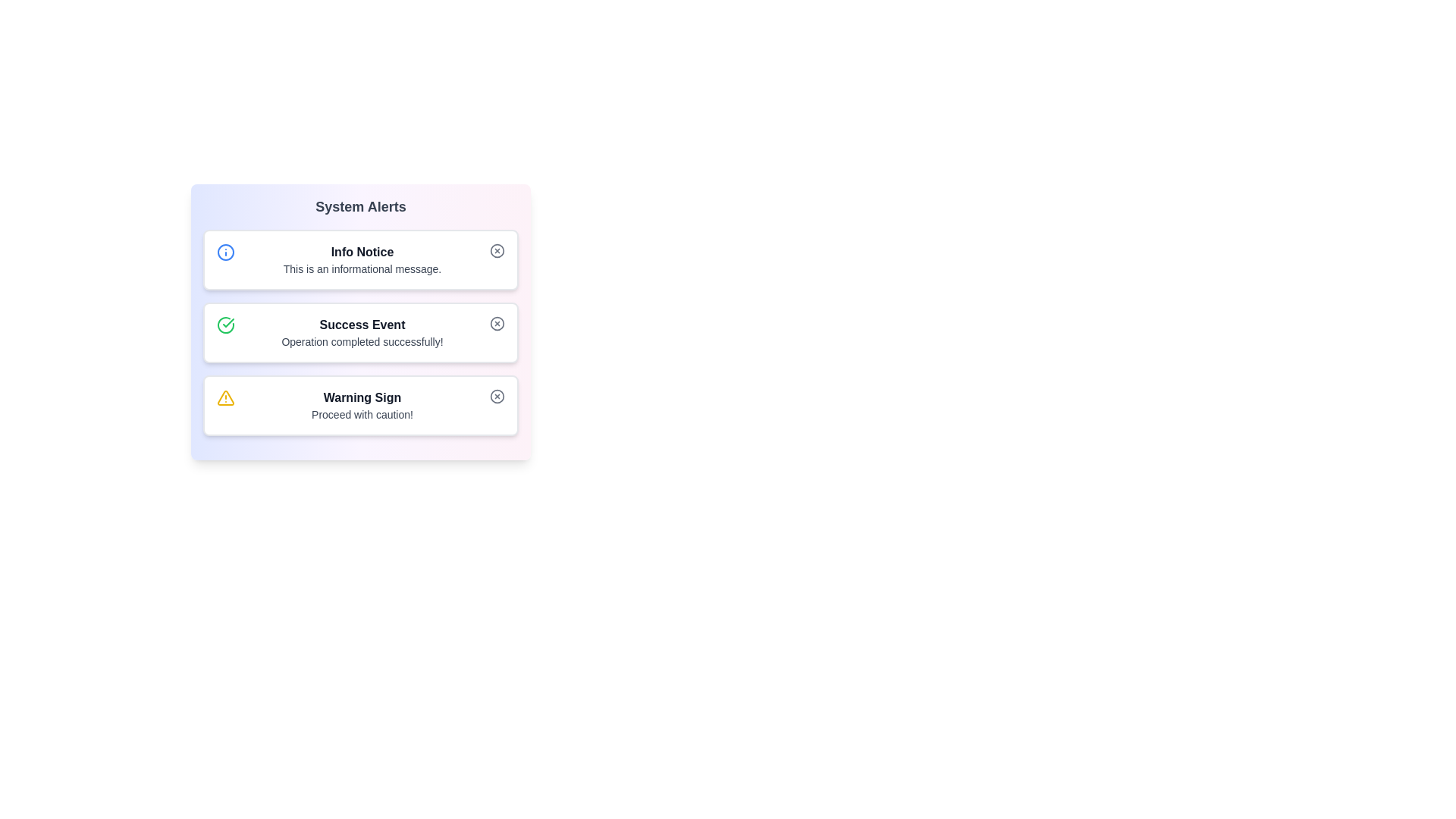 The width and height of the screenshot is (1456, 819). Describe the element at coordinates (224, 397) in the screenshot. I see `the alert icon of type warning` at that location.